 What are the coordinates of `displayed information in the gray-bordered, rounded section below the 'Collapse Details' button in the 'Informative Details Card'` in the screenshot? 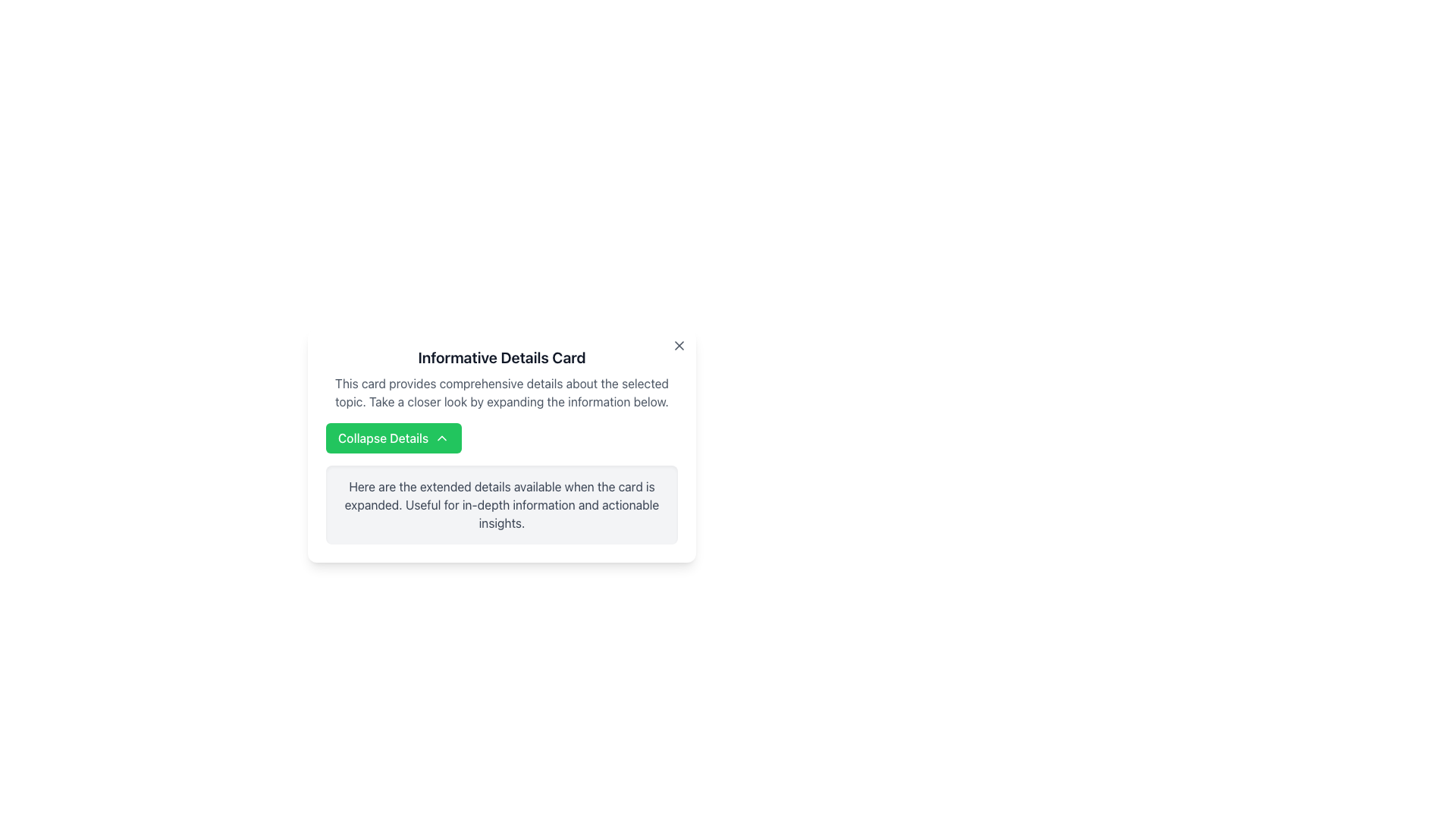 It's located at (502, 505).